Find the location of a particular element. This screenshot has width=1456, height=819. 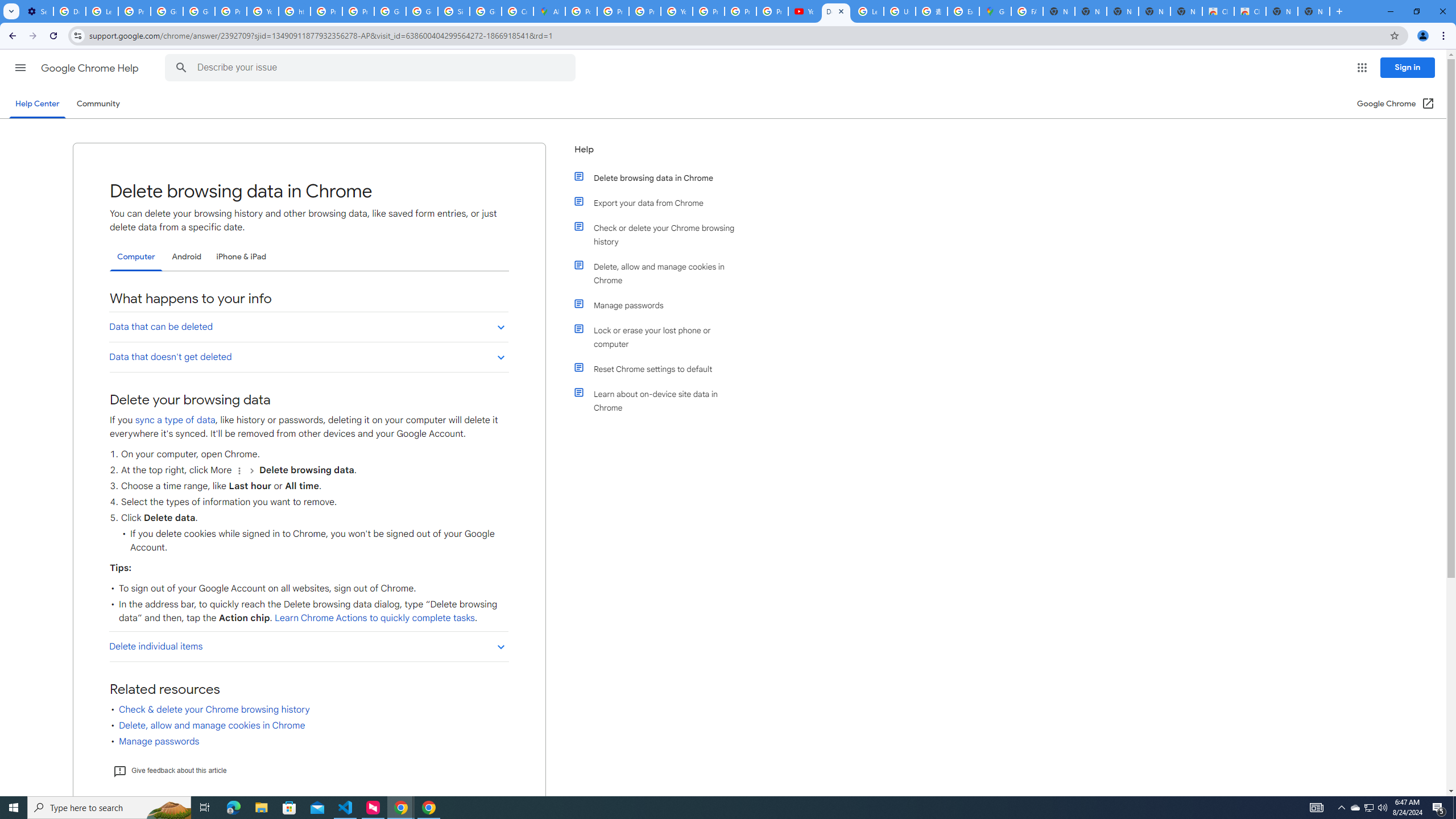

'Classic Blue - Chrome Web Store' is located at coordinates (1217, 11).